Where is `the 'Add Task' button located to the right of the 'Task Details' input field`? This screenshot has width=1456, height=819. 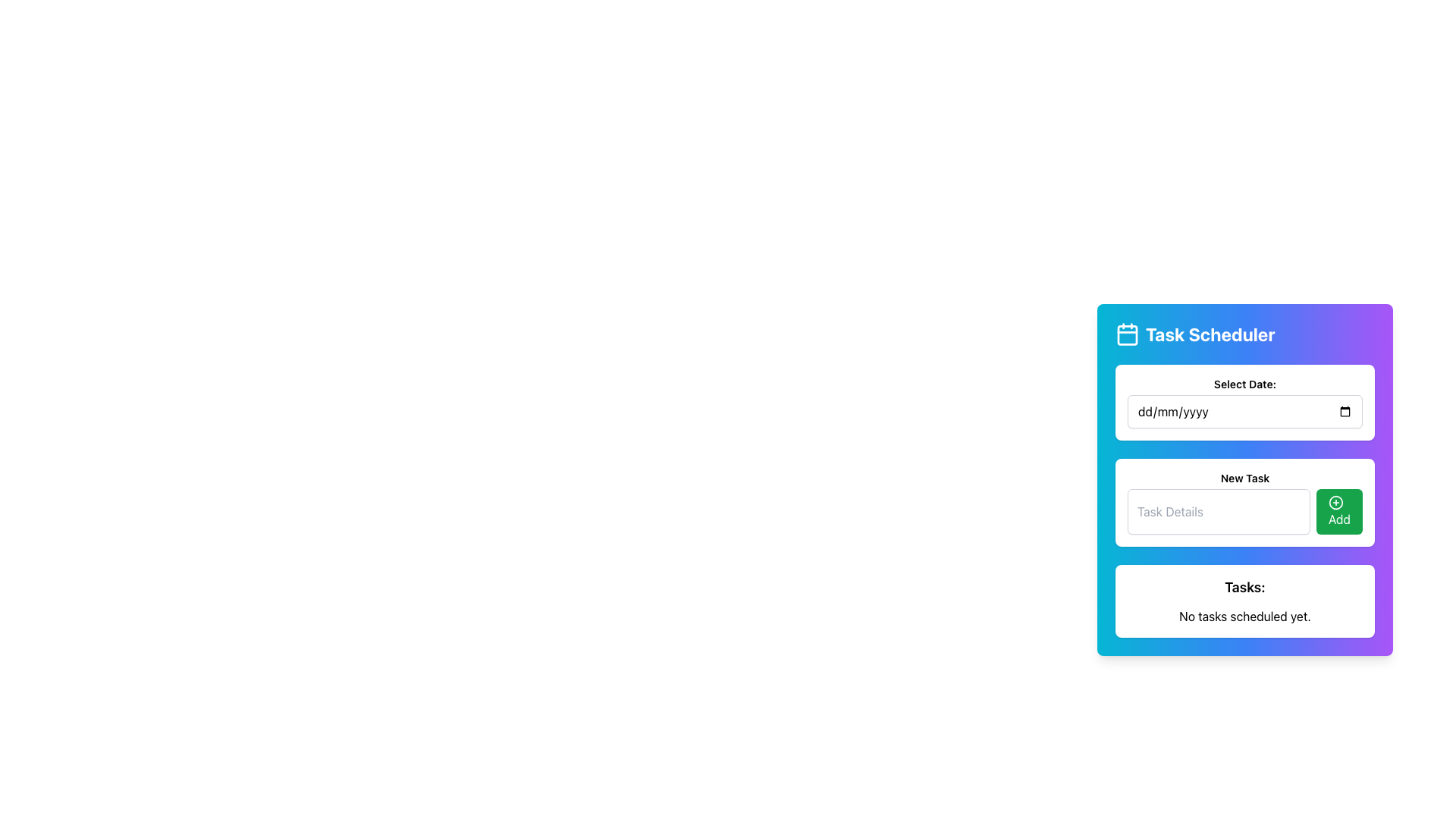
the 'Add Task' button located to the right of the 'Task Details' input field is located at coordinates (1339, 512).